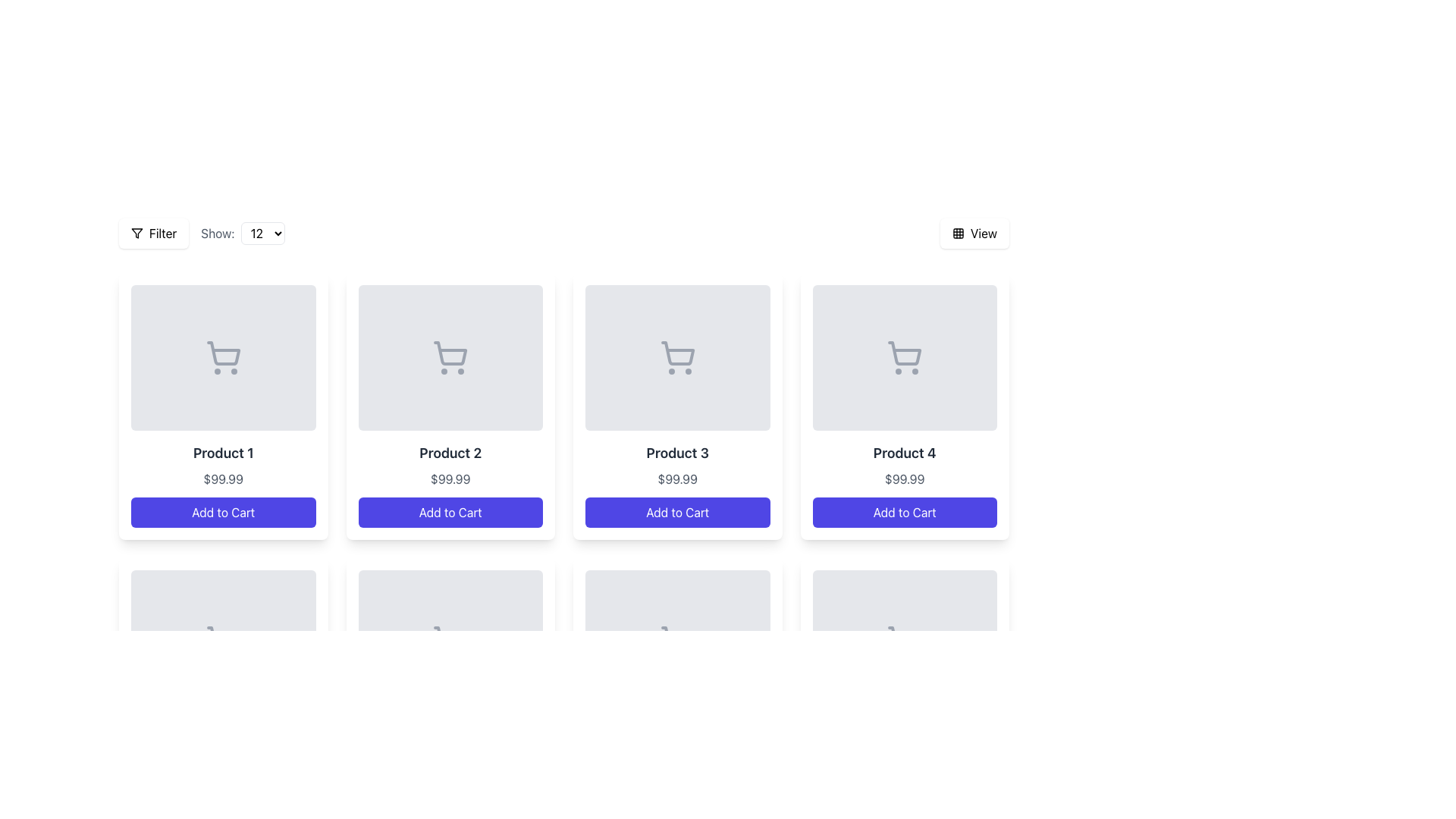  What do you see at coordinates (137, 234) in the screenshot?
I see `the filter funnel icon located within the white button labeled 'Filter'` at bounding box center [137, 234].